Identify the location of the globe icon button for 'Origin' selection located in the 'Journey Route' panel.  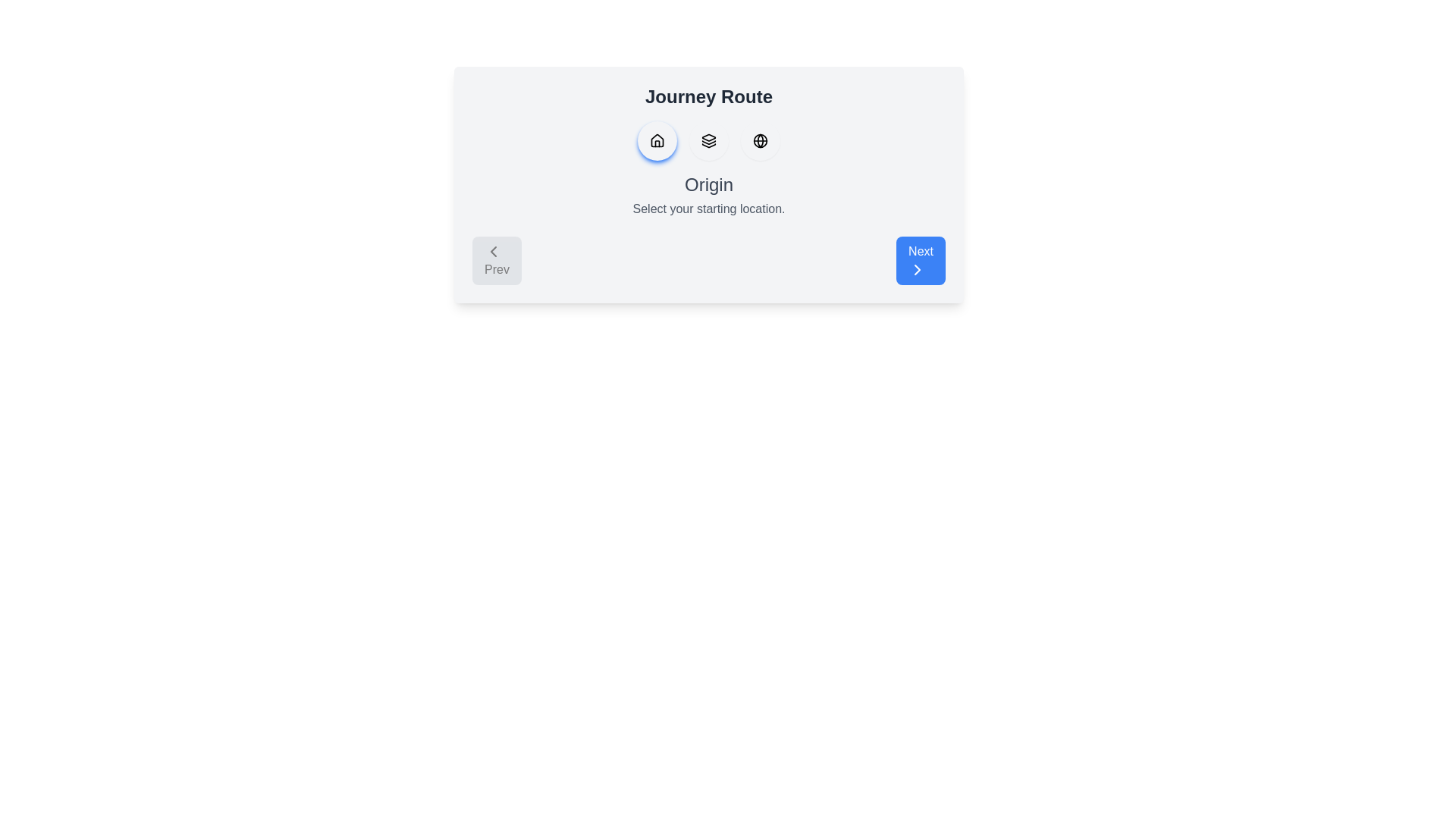
(761, 140).